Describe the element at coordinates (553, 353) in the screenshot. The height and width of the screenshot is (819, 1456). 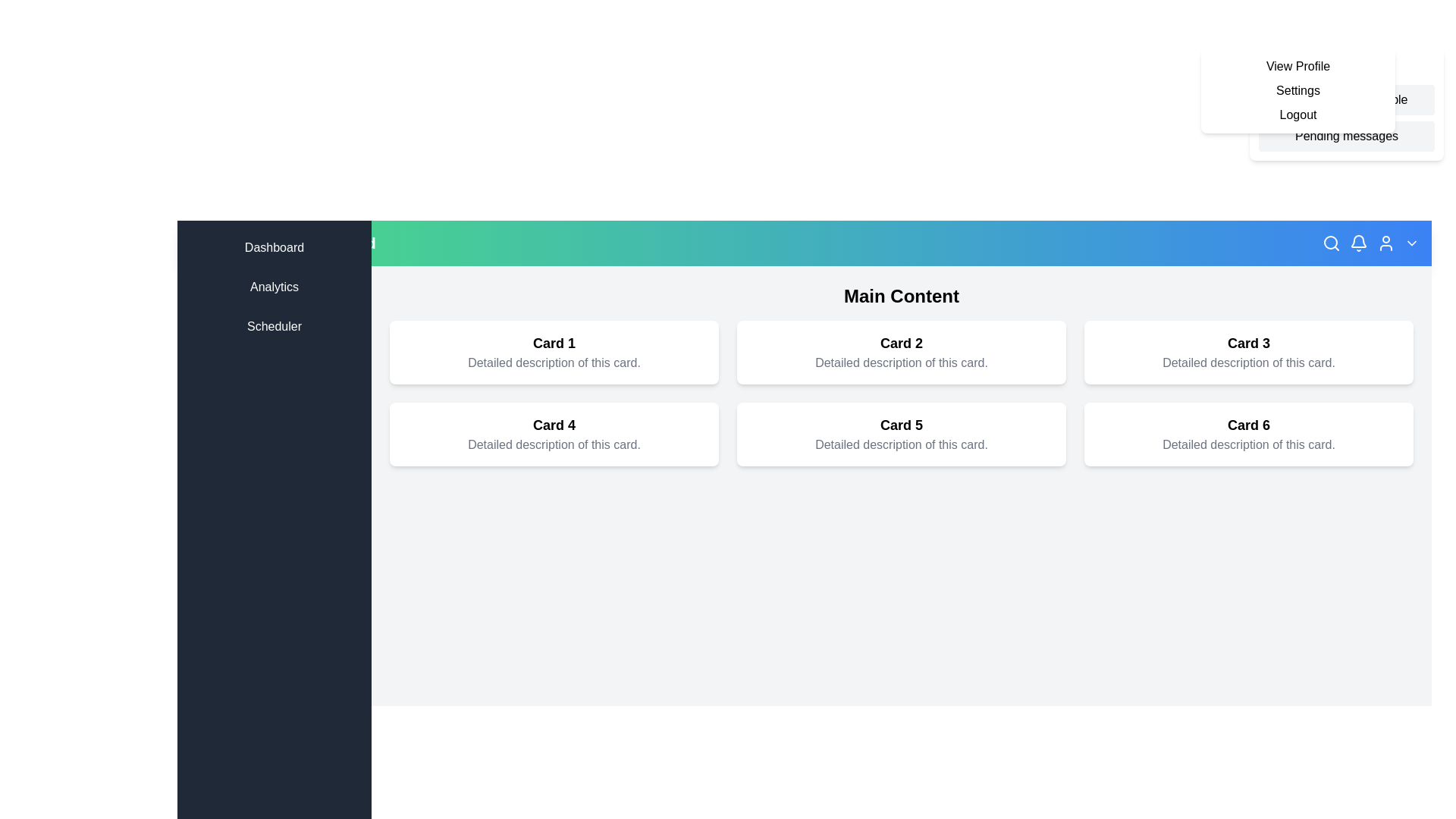
I see `the Card component with bold text 'Card 1' located in the top-left position of the grid` at that location.